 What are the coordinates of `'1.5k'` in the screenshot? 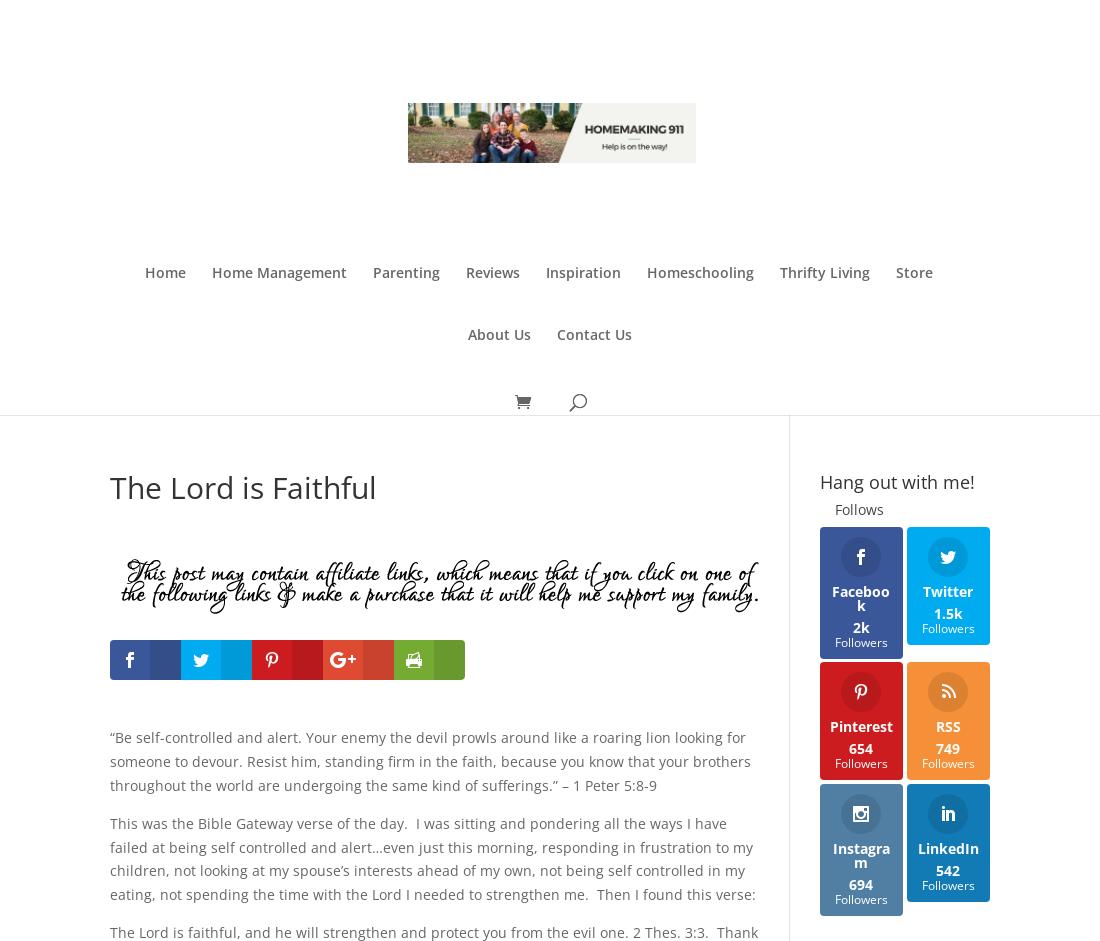 It's located at (947, 612).